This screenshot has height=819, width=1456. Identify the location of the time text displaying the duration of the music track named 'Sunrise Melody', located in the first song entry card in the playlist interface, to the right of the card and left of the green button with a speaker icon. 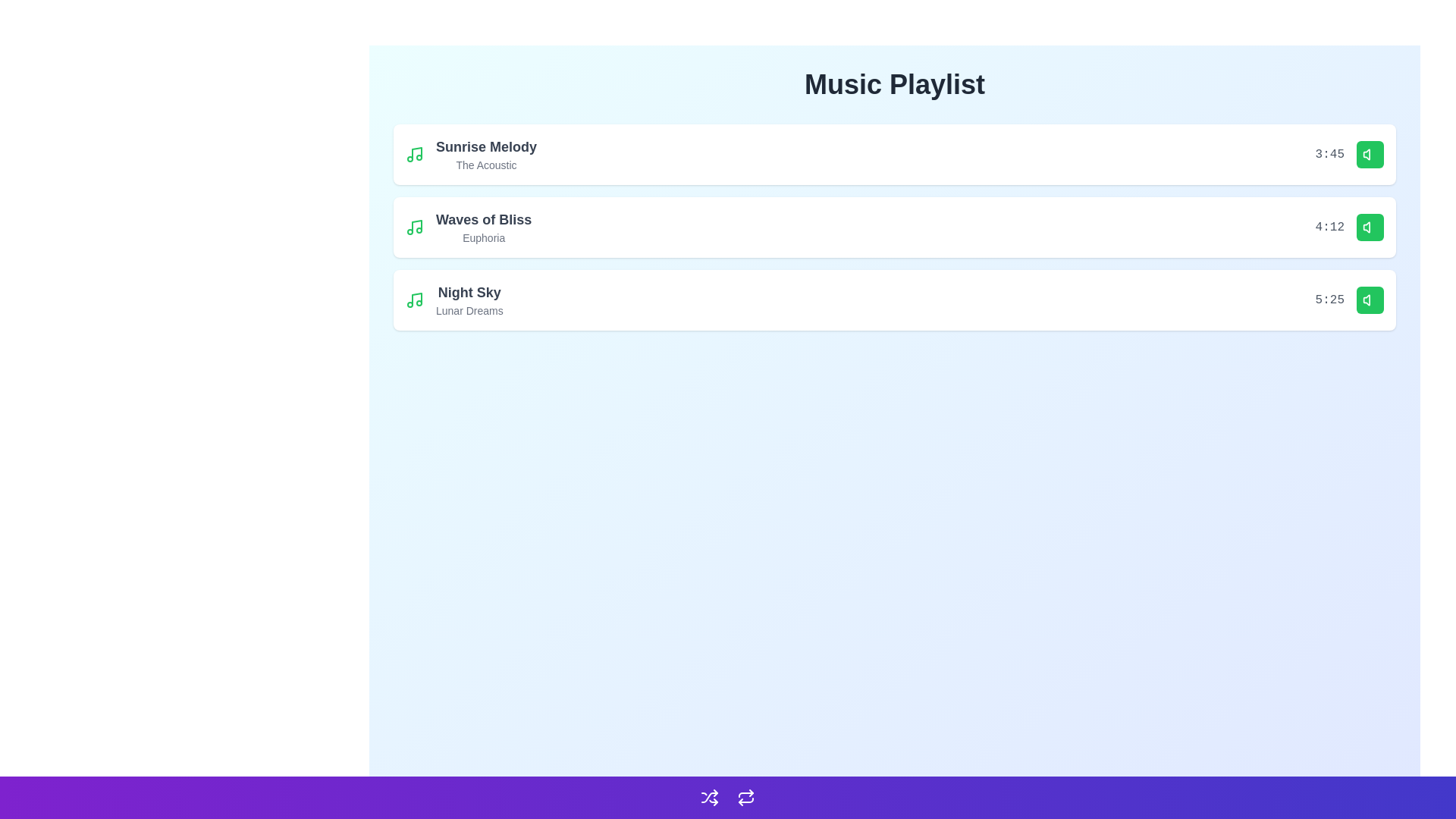
(1349, 155).